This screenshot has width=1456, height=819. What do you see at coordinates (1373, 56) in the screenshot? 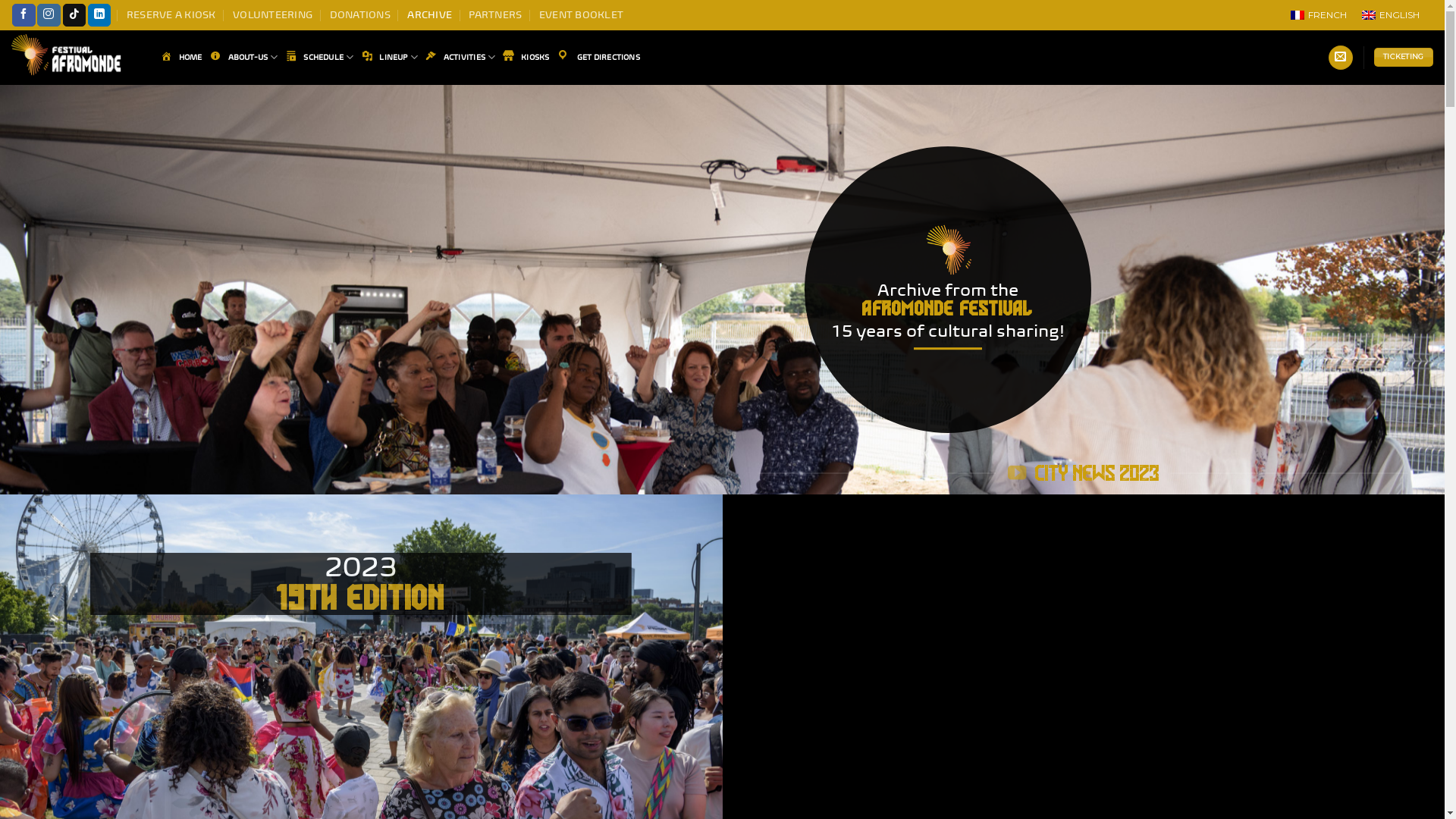
I see `'TICKETING'` at bounding box center [1373, 56].